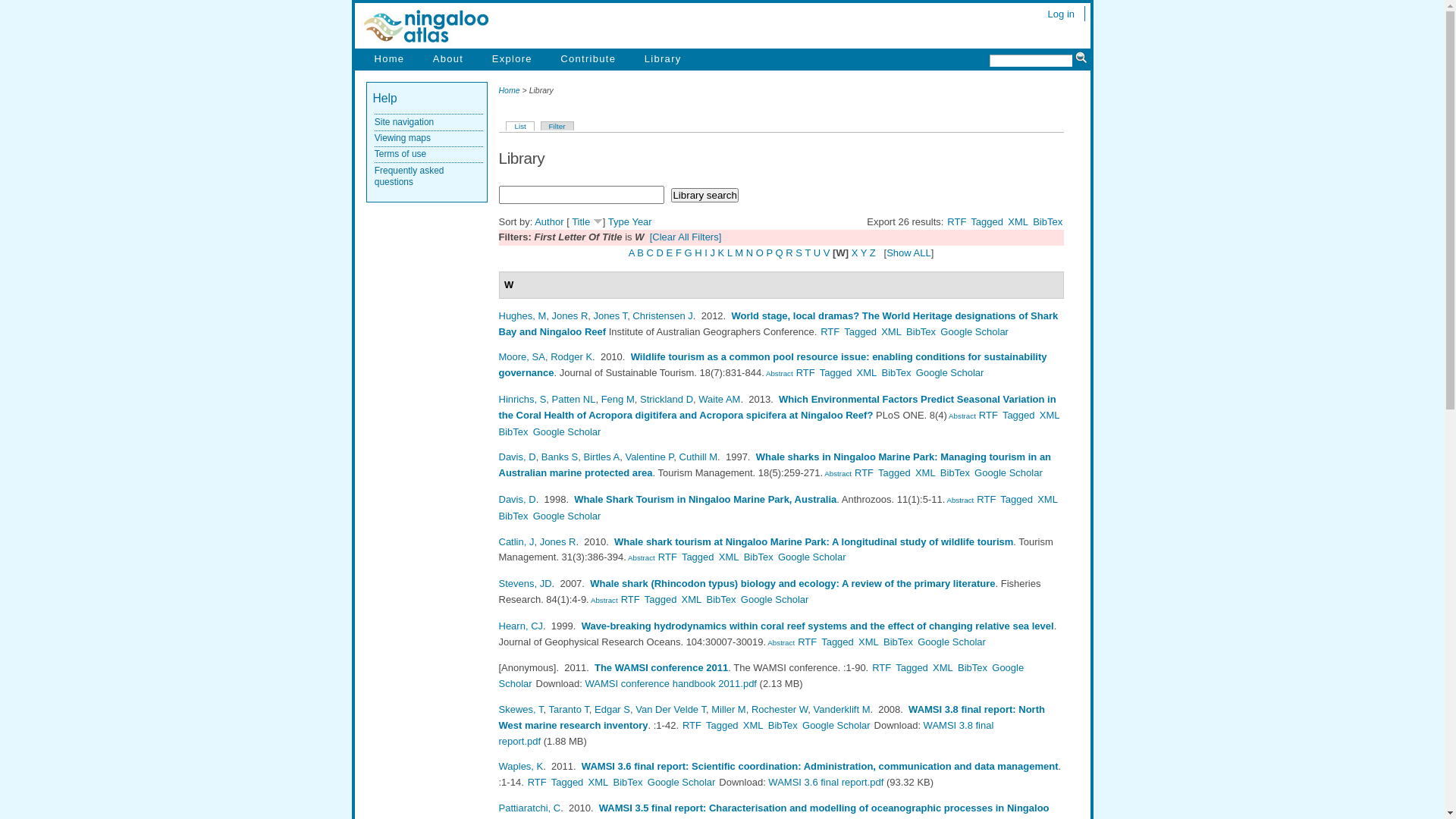  What do you see at coordinates (541, 124) in the screenshot?
I see `'Filter'` at bounding box center [541, 124].